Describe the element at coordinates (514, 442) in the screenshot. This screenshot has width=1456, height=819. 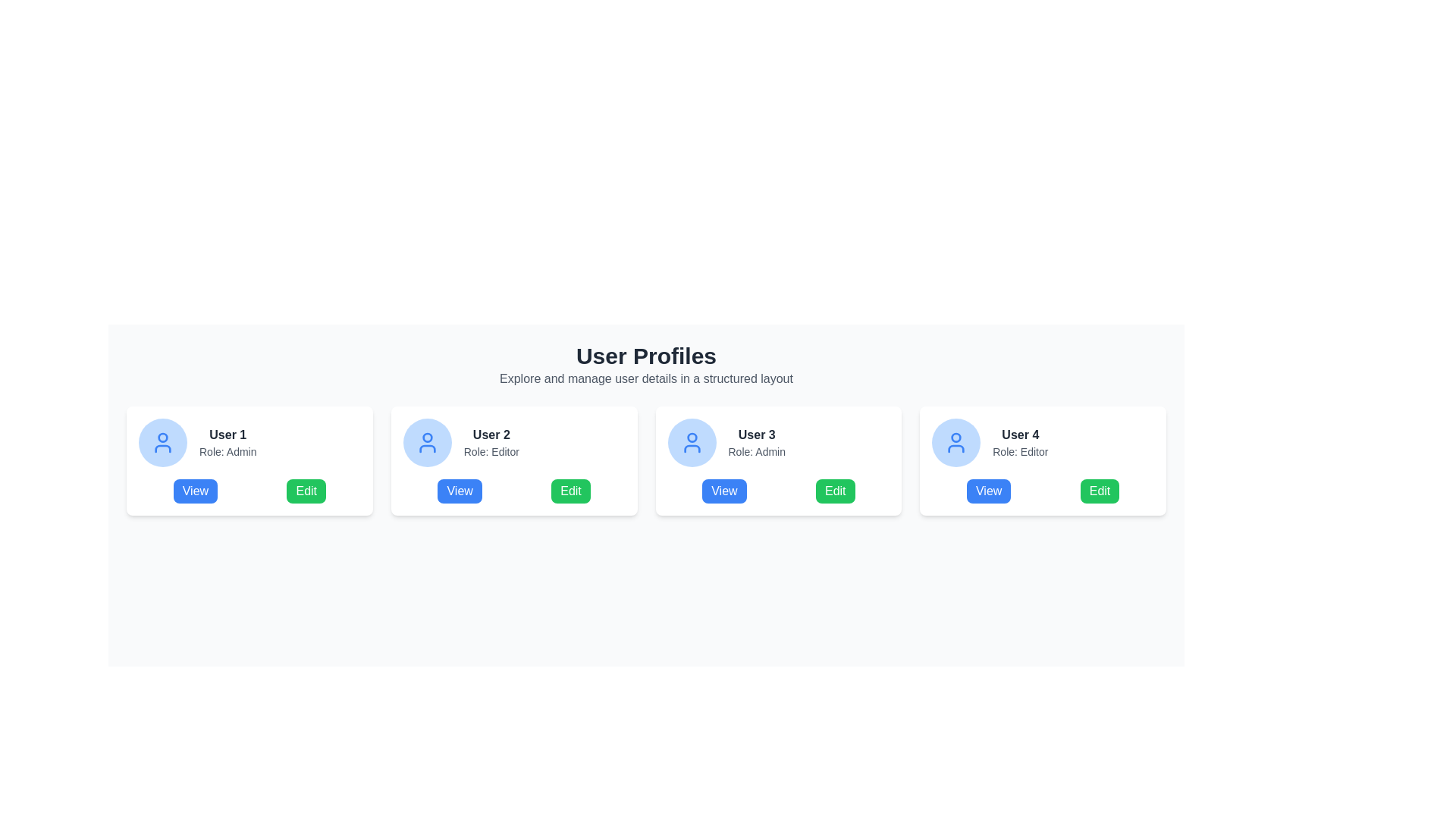
I see `displayed information from the Text label indicating 'User 2' and their role 'Editor', which is located in the second card of the user profiles section, featuring a blue circular icon with a white user silhouette` at that location.